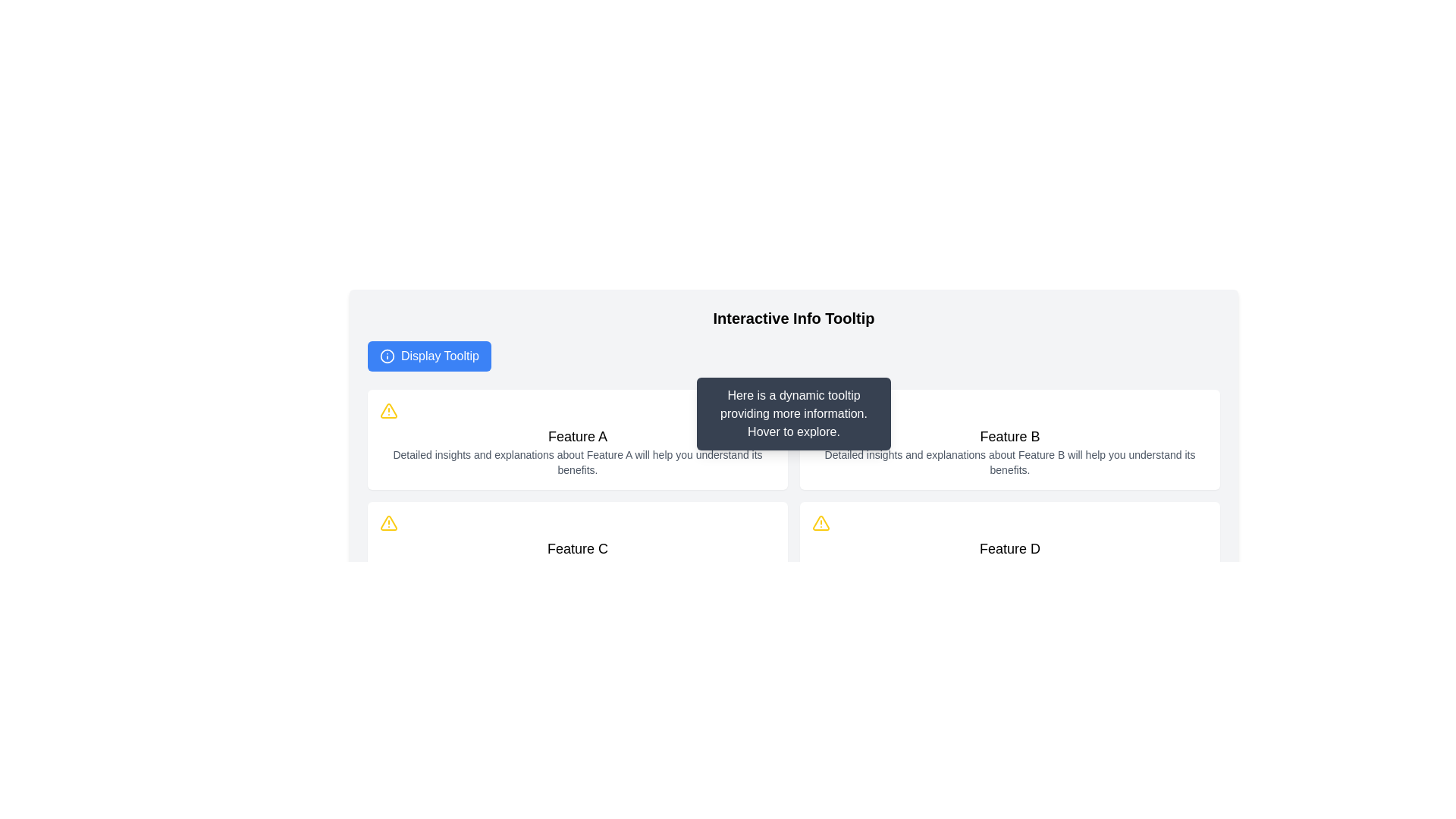  Describe the element at coordinates (389, 410) in the screenshot. I see `the yellow triangular icon with rounded edges and an exclamation mark located in the bottom left corner of the 'Feature C' section` at that location.